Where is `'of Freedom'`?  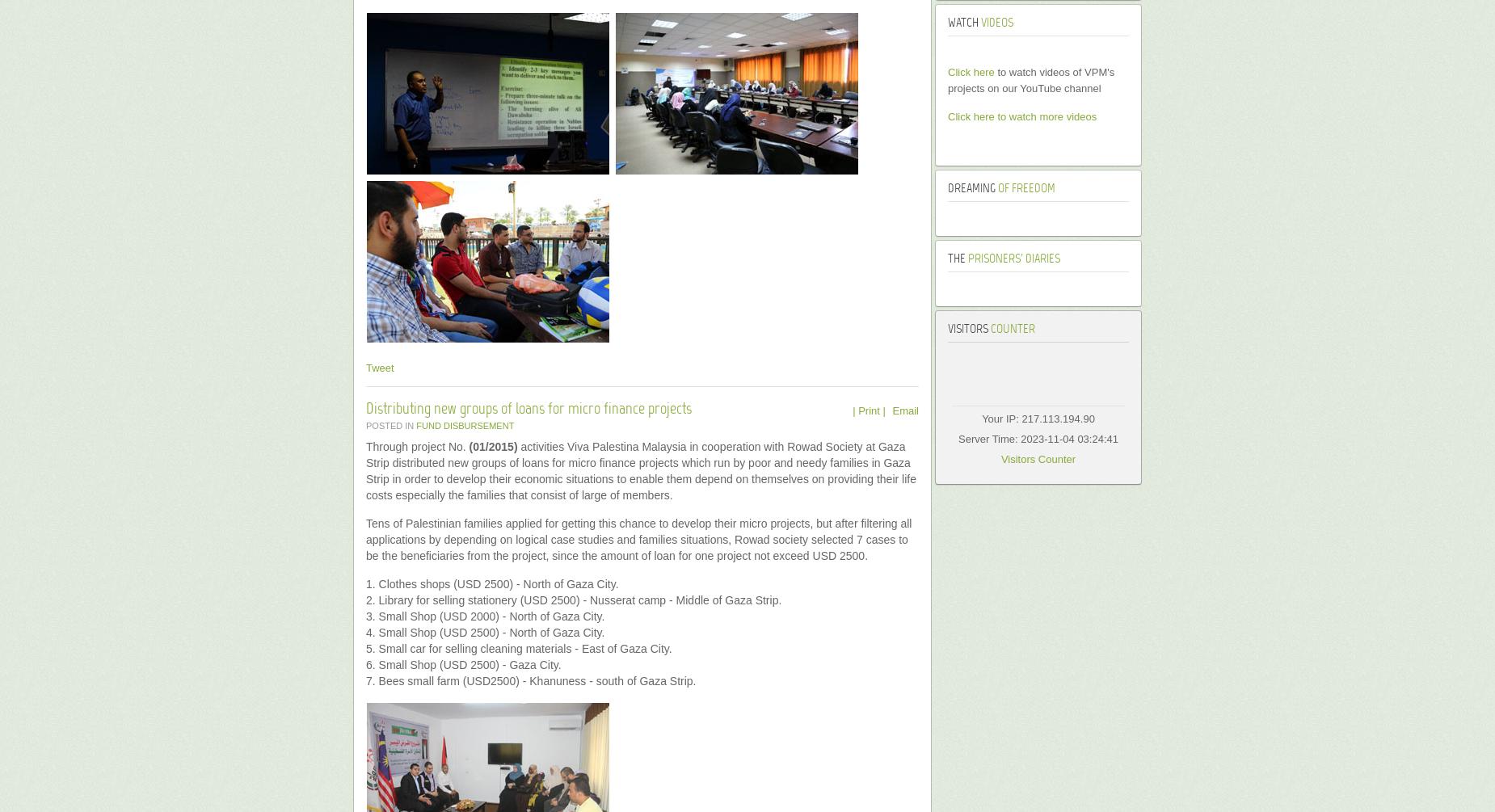 'of Freedom' is located at coordinates (1024, 187).